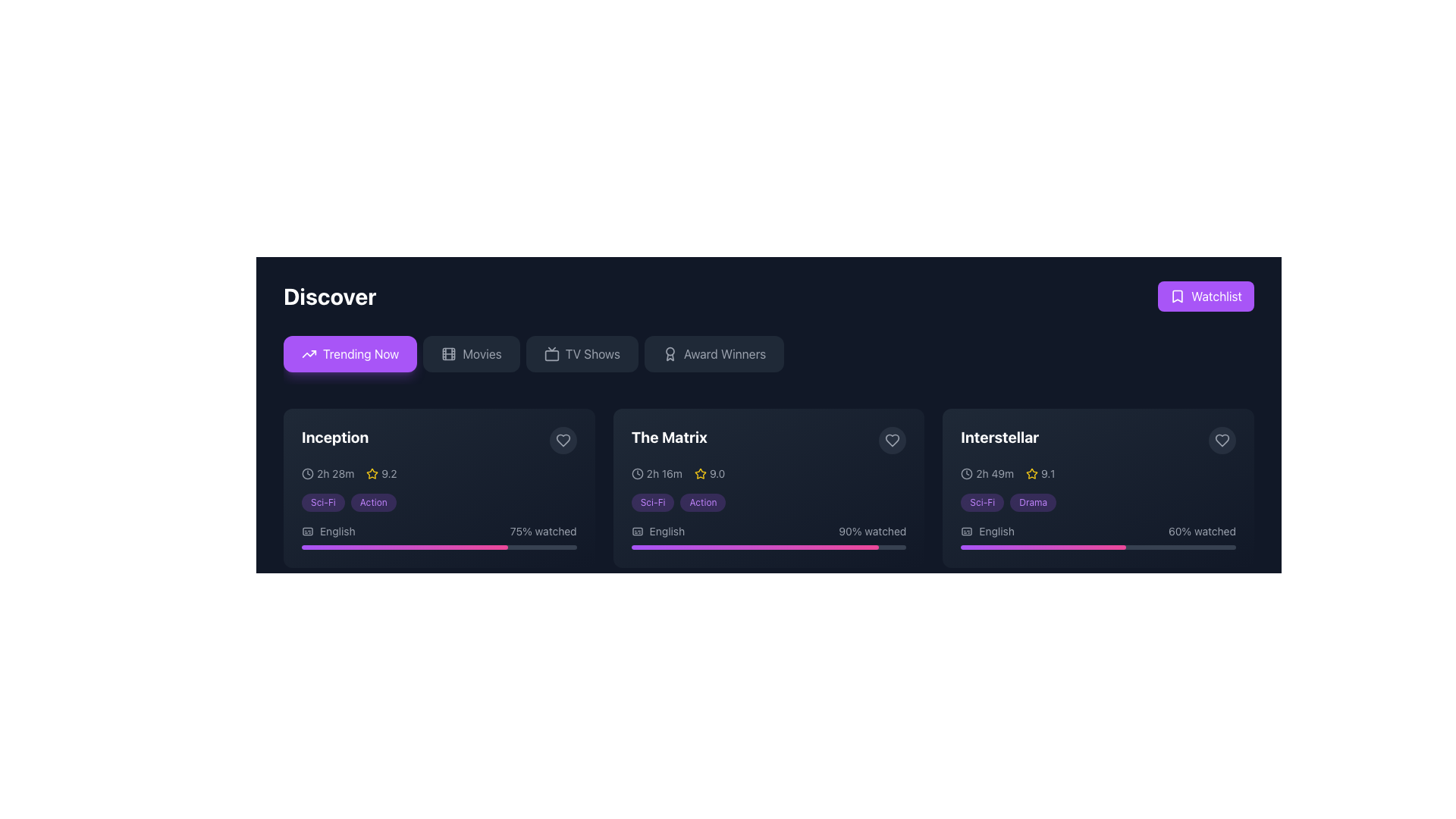 Image resolution: width=1456 pixels, height=819 pixels. What do you see at coordinates (1111, 547) in the screenshot?
I see `watched progress` at bounding box center [1111, 547].